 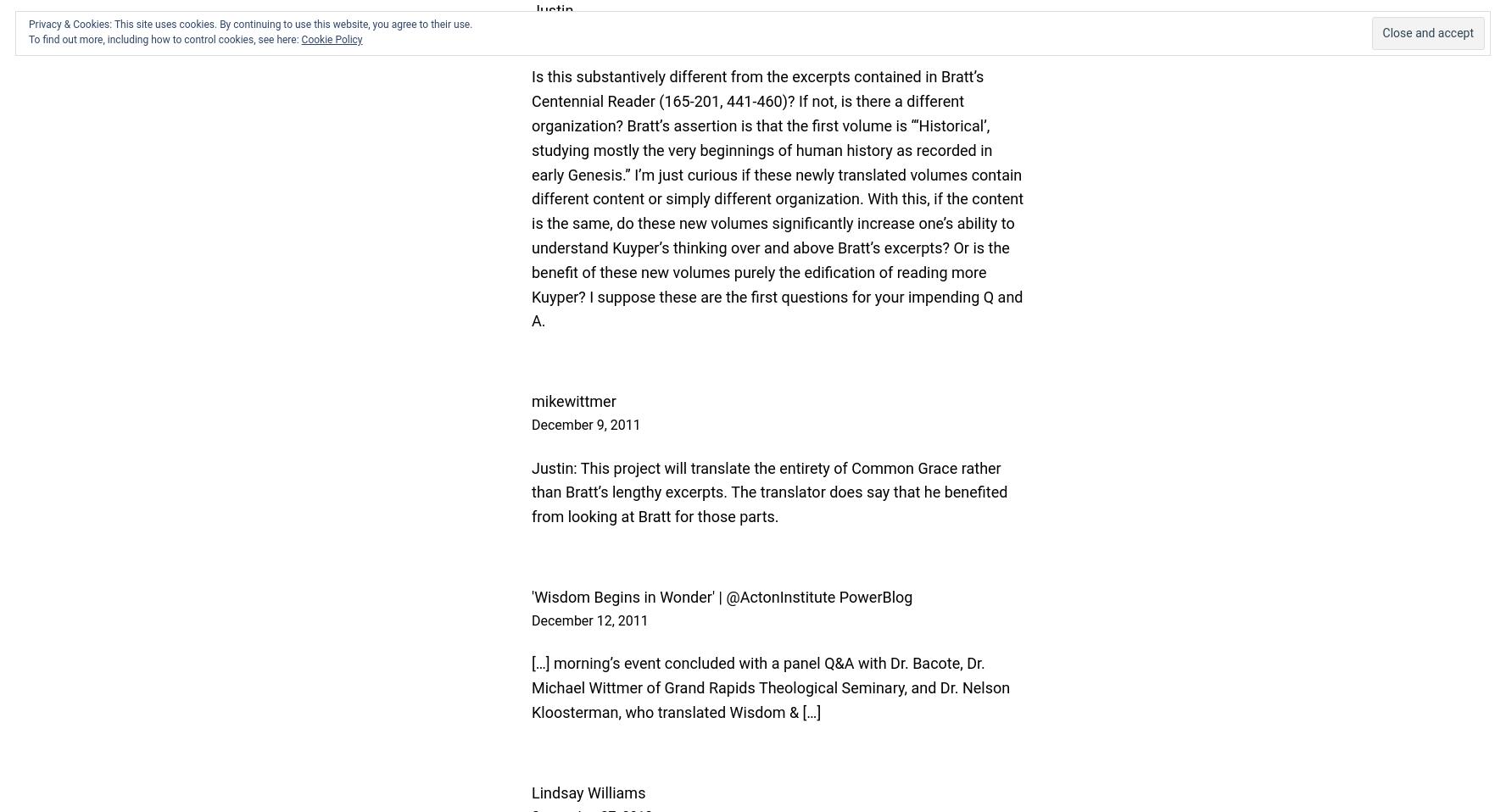 What do you see at coordinates (27, 39) in the screenshot?
I see `'To find out more, including how to control cookies, see here:'` at bounding box center [27, 39].